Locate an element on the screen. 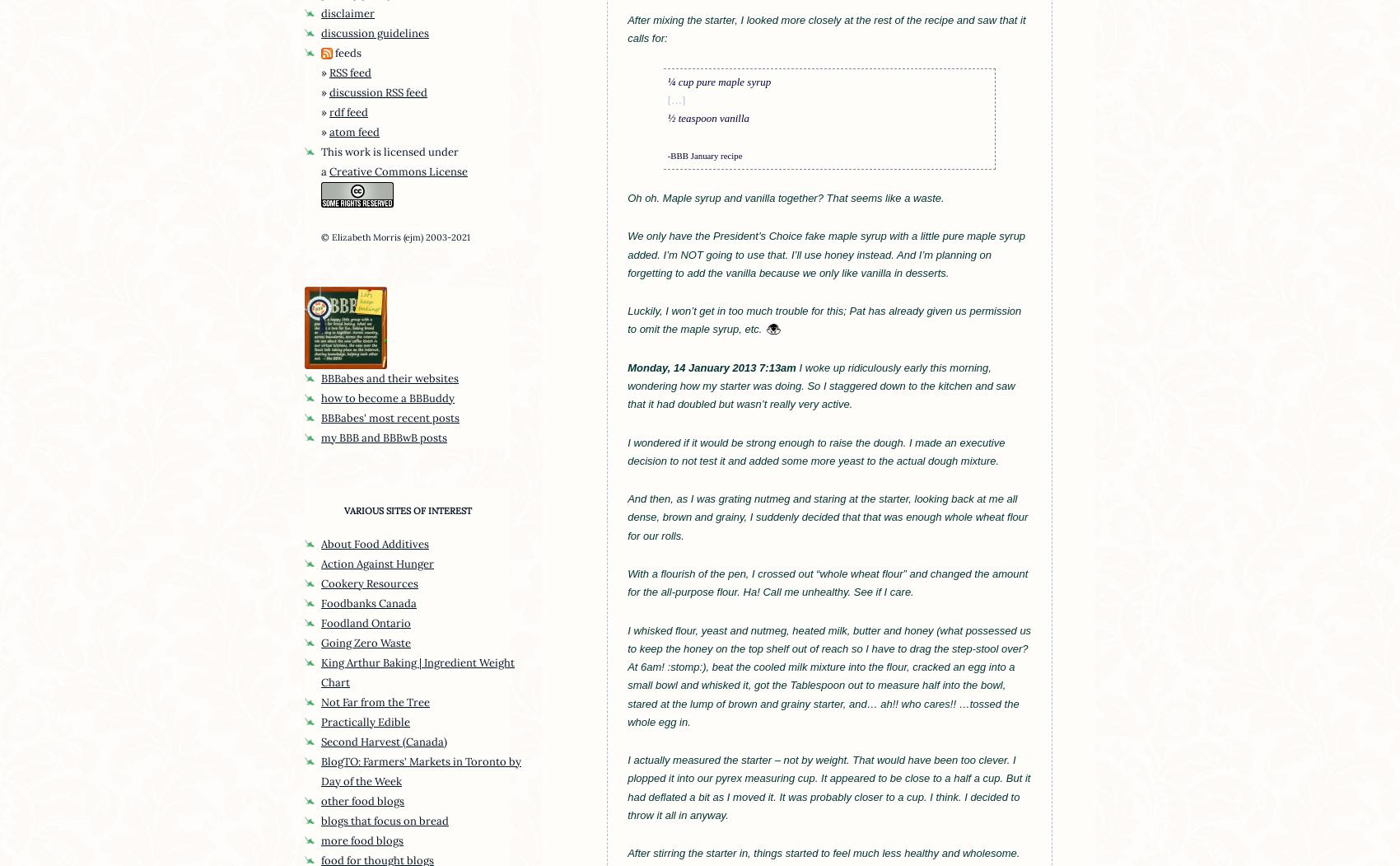  'blogs that focus on bread' is located at coordinates (385, 820).